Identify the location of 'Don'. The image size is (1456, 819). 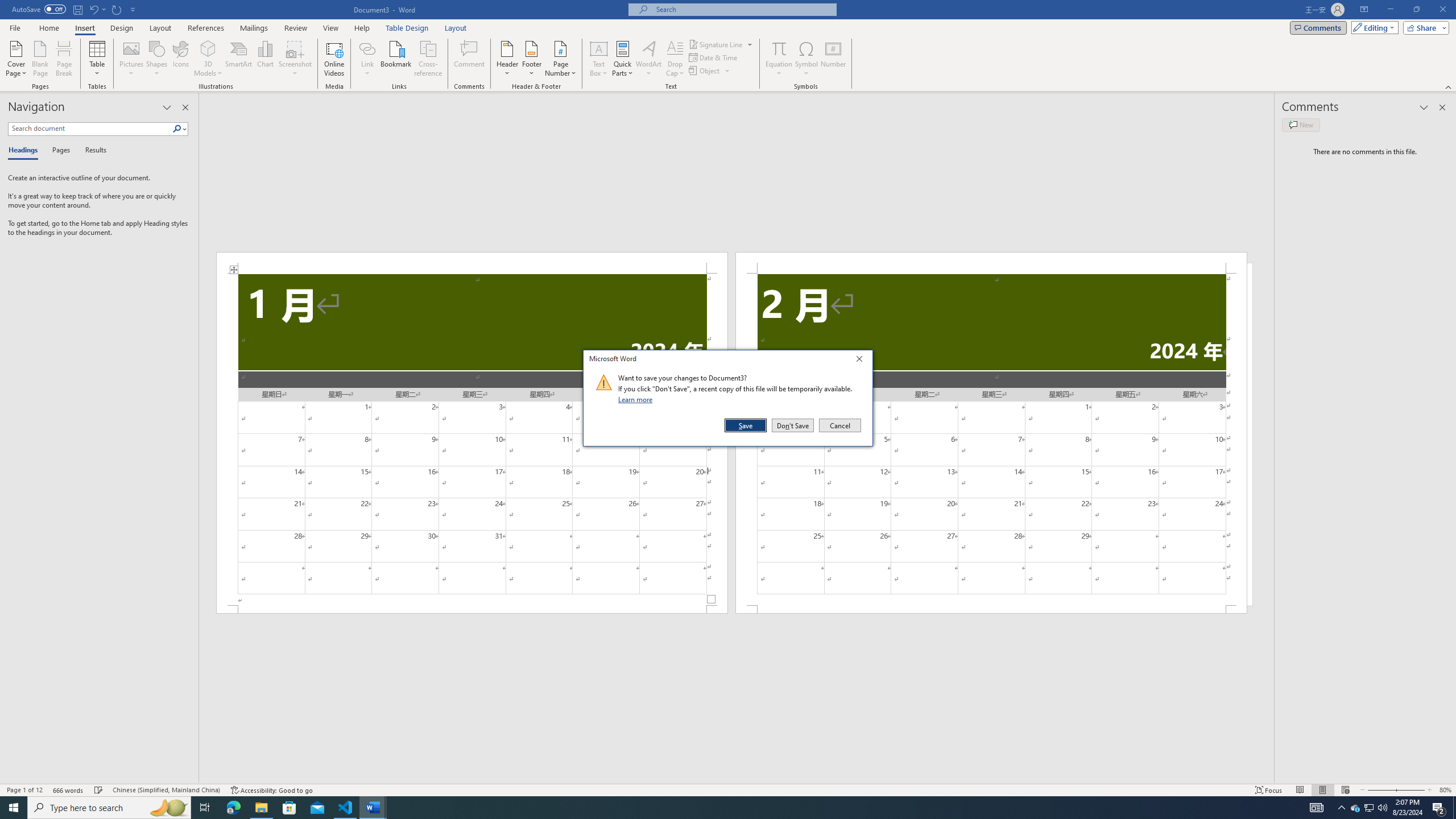
(792, 425).